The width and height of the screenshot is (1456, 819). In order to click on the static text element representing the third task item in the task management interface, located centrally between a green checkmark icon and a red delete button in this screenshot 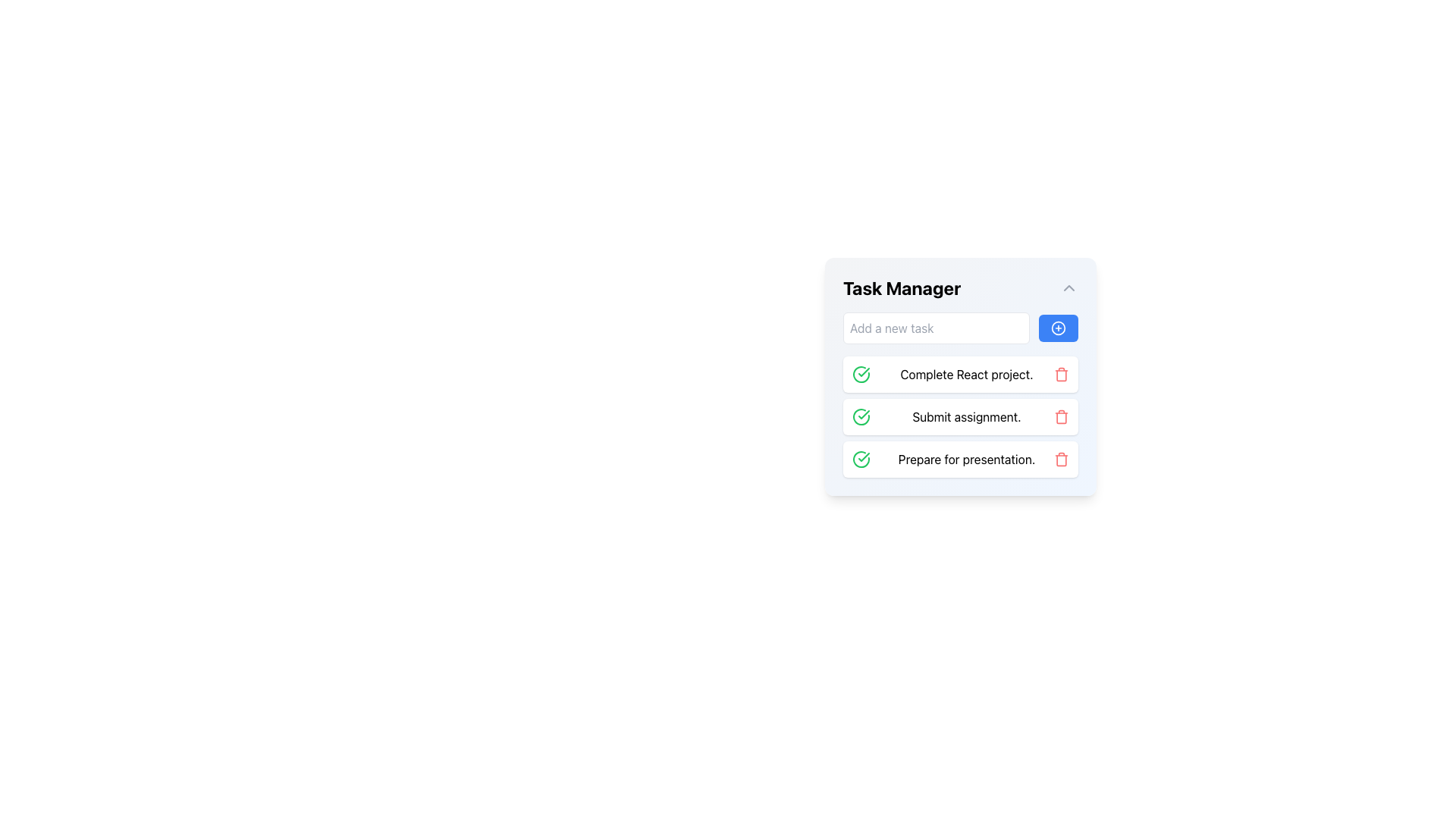, I will do `click(966, 458)`.